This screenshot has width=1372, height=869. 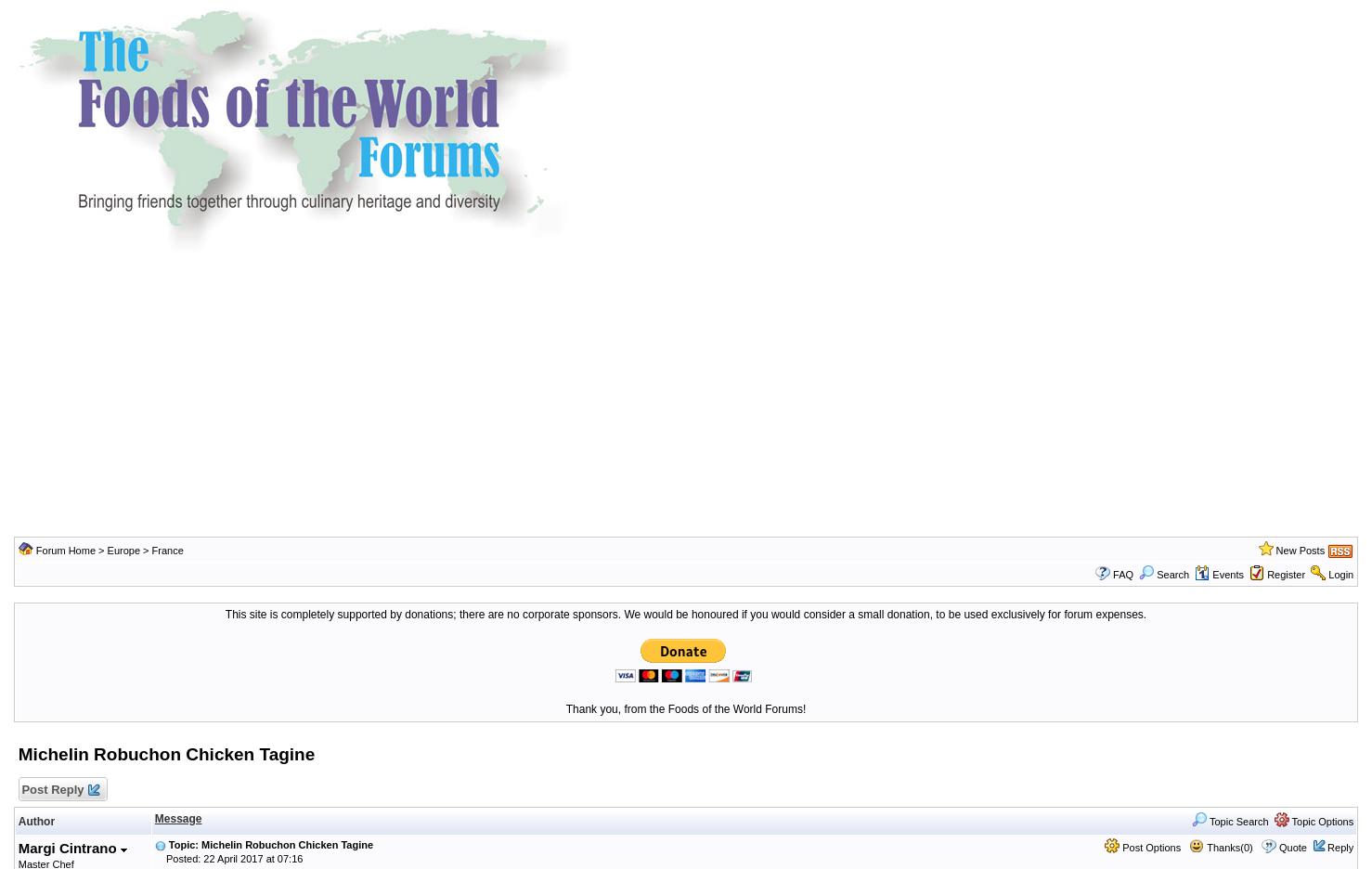 I want to click on 'Topic Options', so click(x=1287, y=819).